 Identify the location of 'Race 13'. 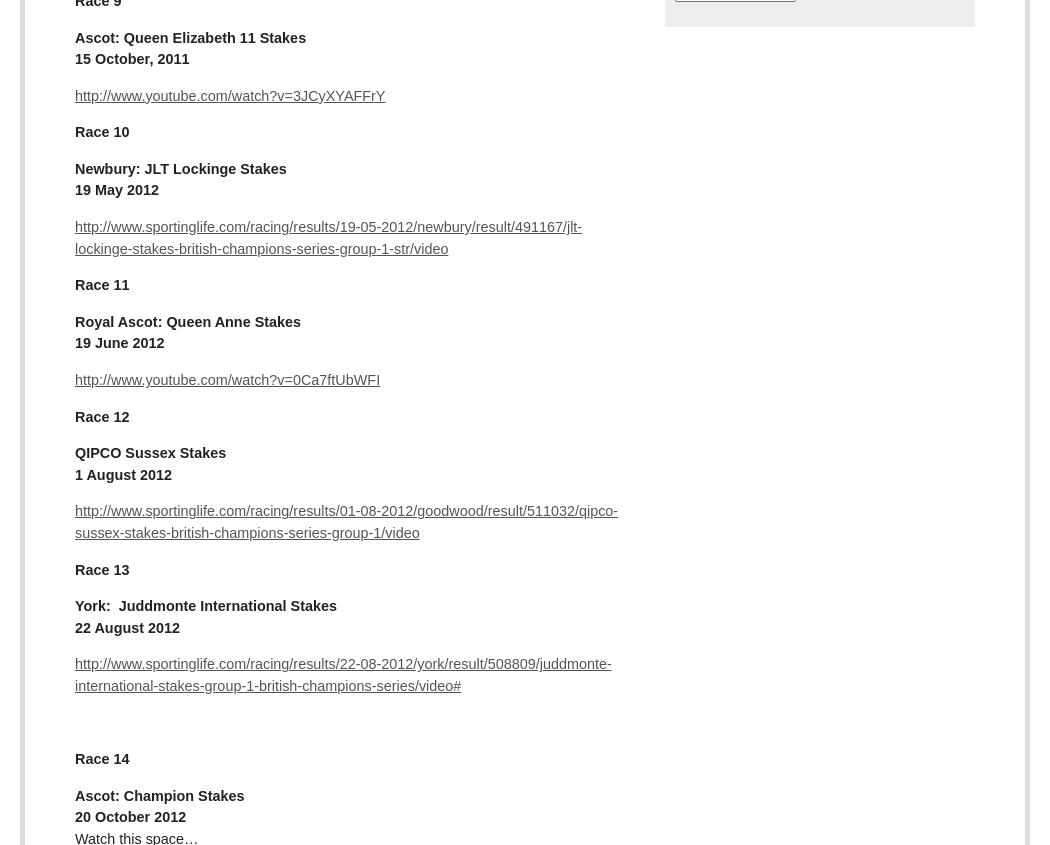
(101, 568).